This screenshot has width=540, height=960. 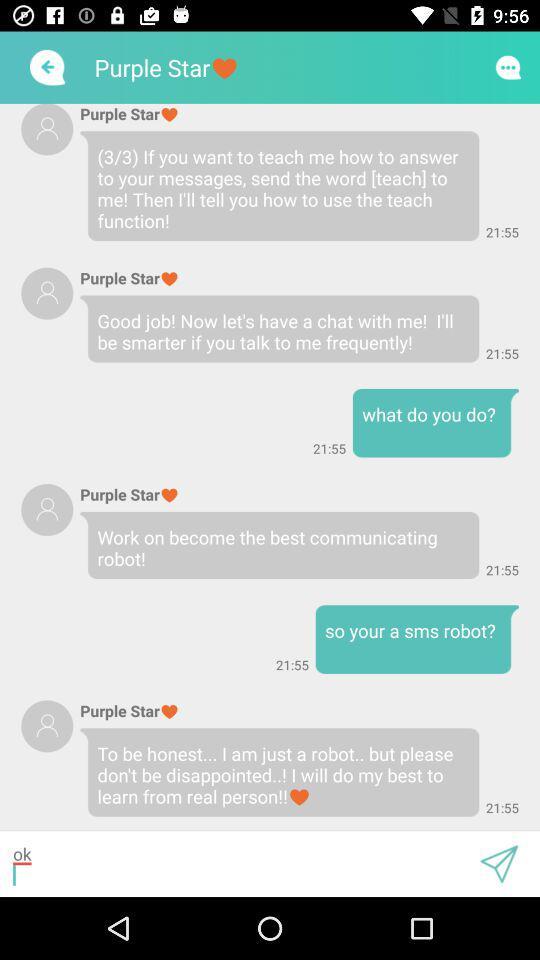 I want to click on profile icon, so click(x=47, y=292).